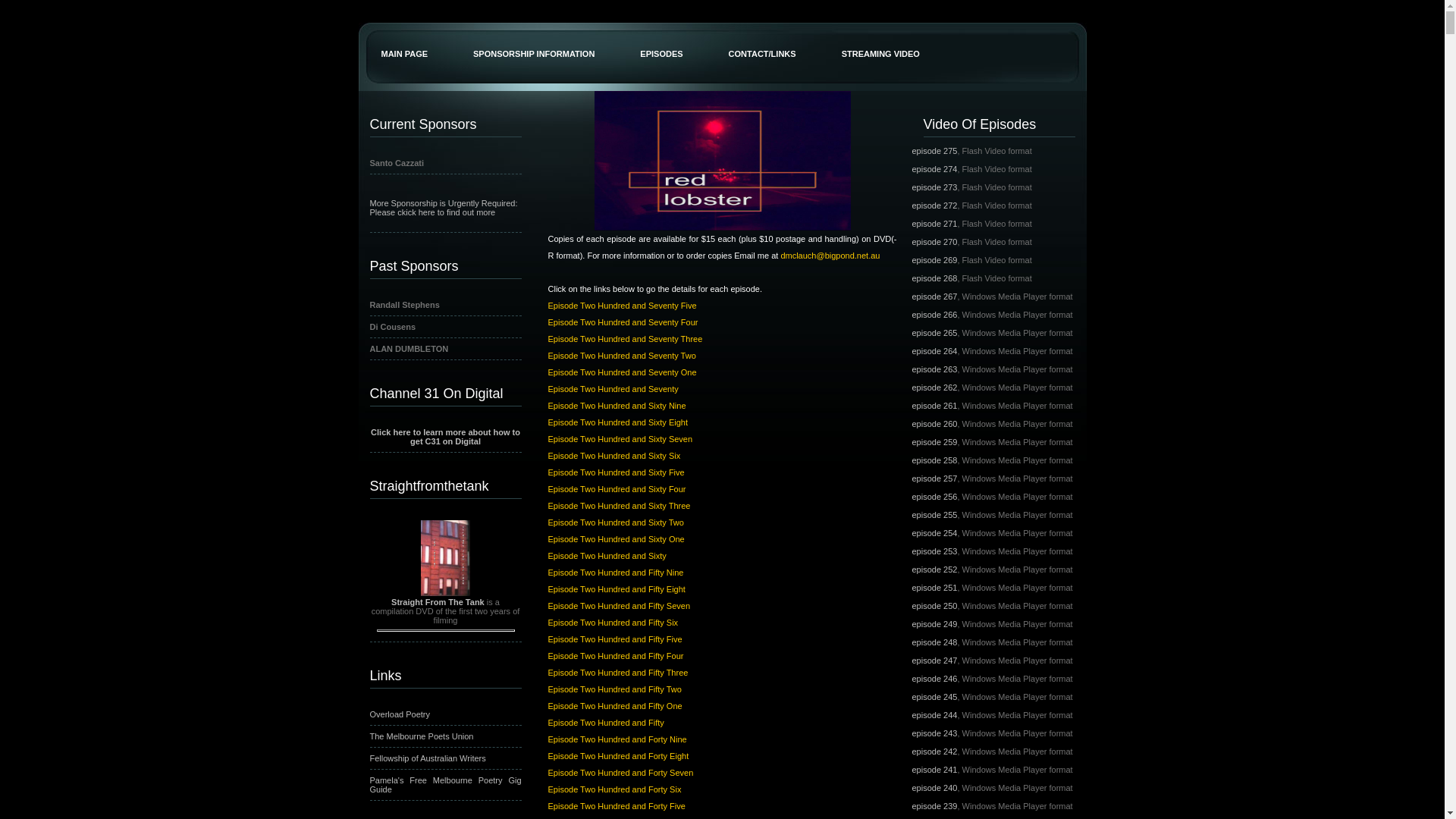  I want to click on 'Click here to learn more about how to get C31 on Digital', so click(444, 436).